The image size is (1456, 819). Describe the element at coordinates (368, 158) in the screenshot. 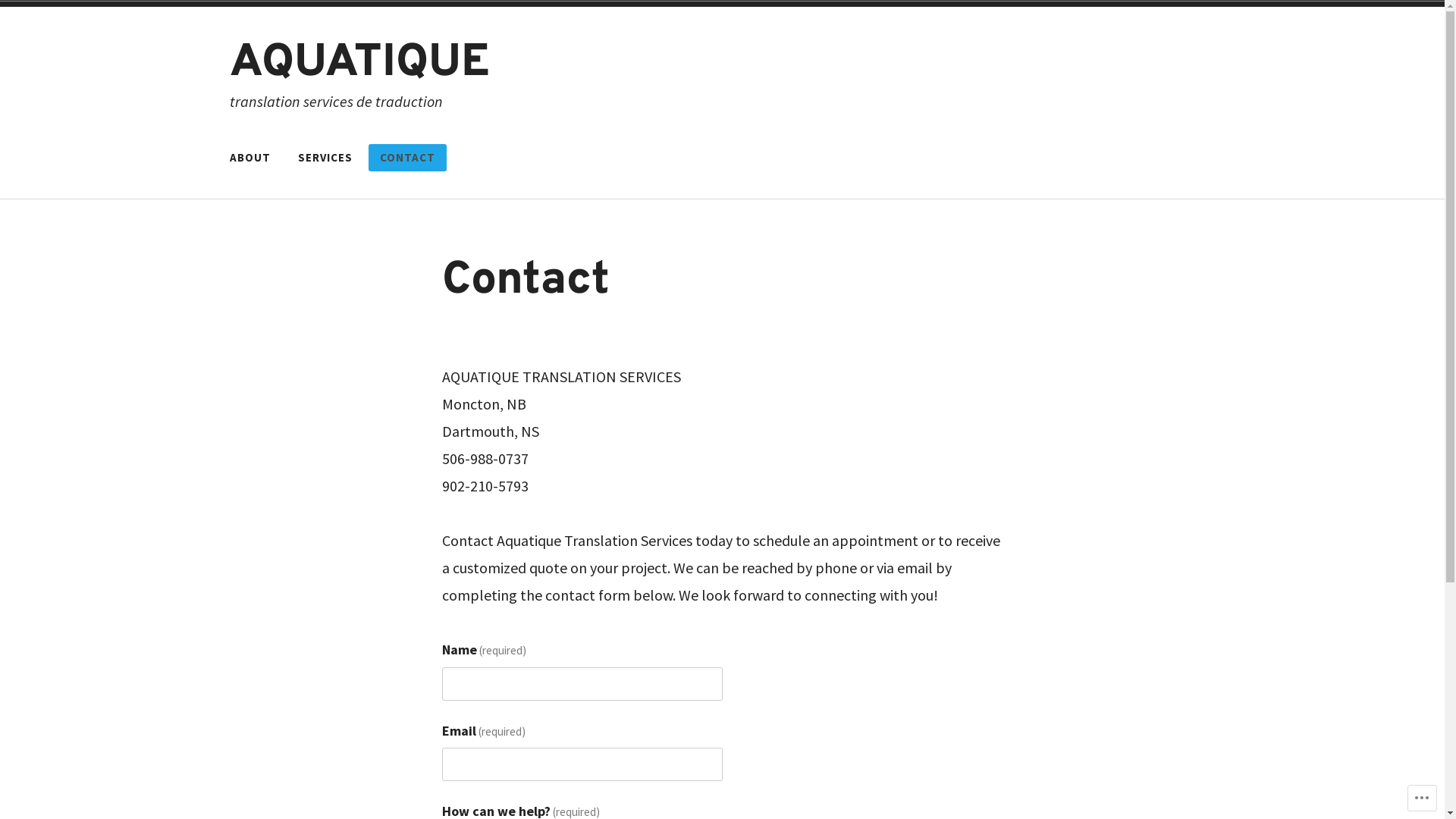

I see `'CONTACT'` at that location.